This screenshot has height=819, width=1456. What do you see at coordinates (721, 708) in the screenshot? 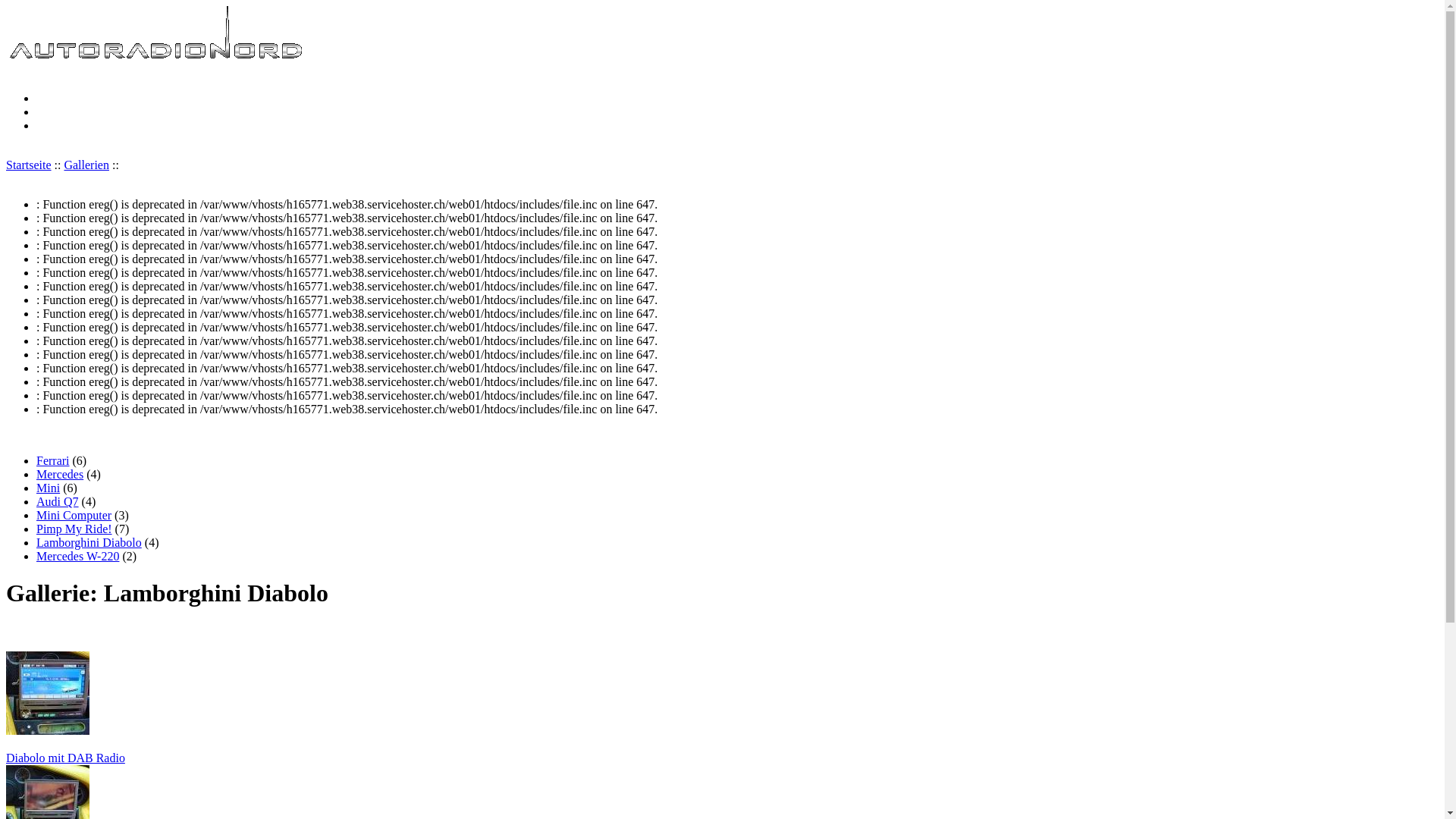
I see `'Diabolo mit DAB Radio'` at bounding box center [721, 708].